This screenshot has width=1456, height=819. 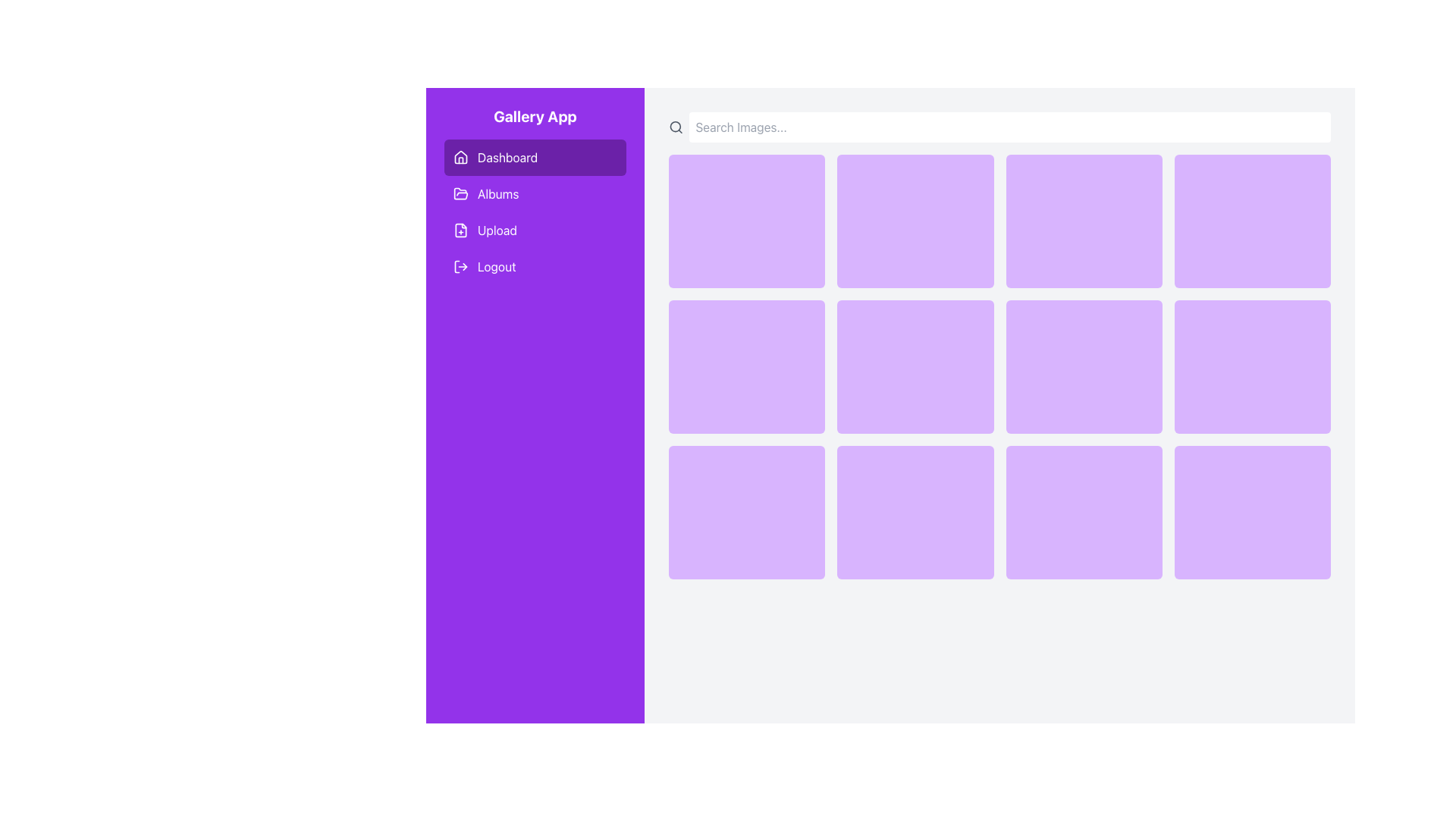 What do you see at coordinates (496, 265) in the screenshot?
I see `the 'Logout' text element in the left sidebar menu, which is styled in white on a purple background and is positioned near the bottom of the sidebar` at bounding box center [496, 265].